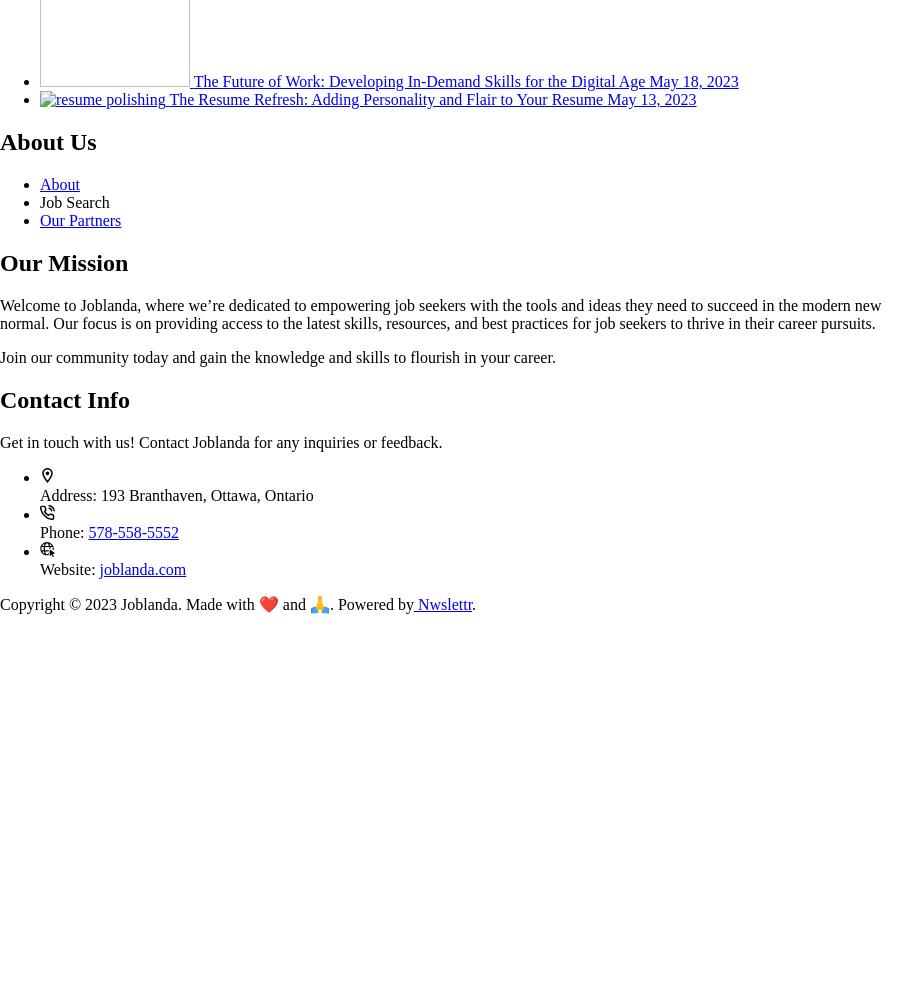 The width and height of the screenshot is (900, 1000). What do you see at coordinates (79, 219) in the screenshot?
I see `'Our Partners'` at bounding box center [79, 219].